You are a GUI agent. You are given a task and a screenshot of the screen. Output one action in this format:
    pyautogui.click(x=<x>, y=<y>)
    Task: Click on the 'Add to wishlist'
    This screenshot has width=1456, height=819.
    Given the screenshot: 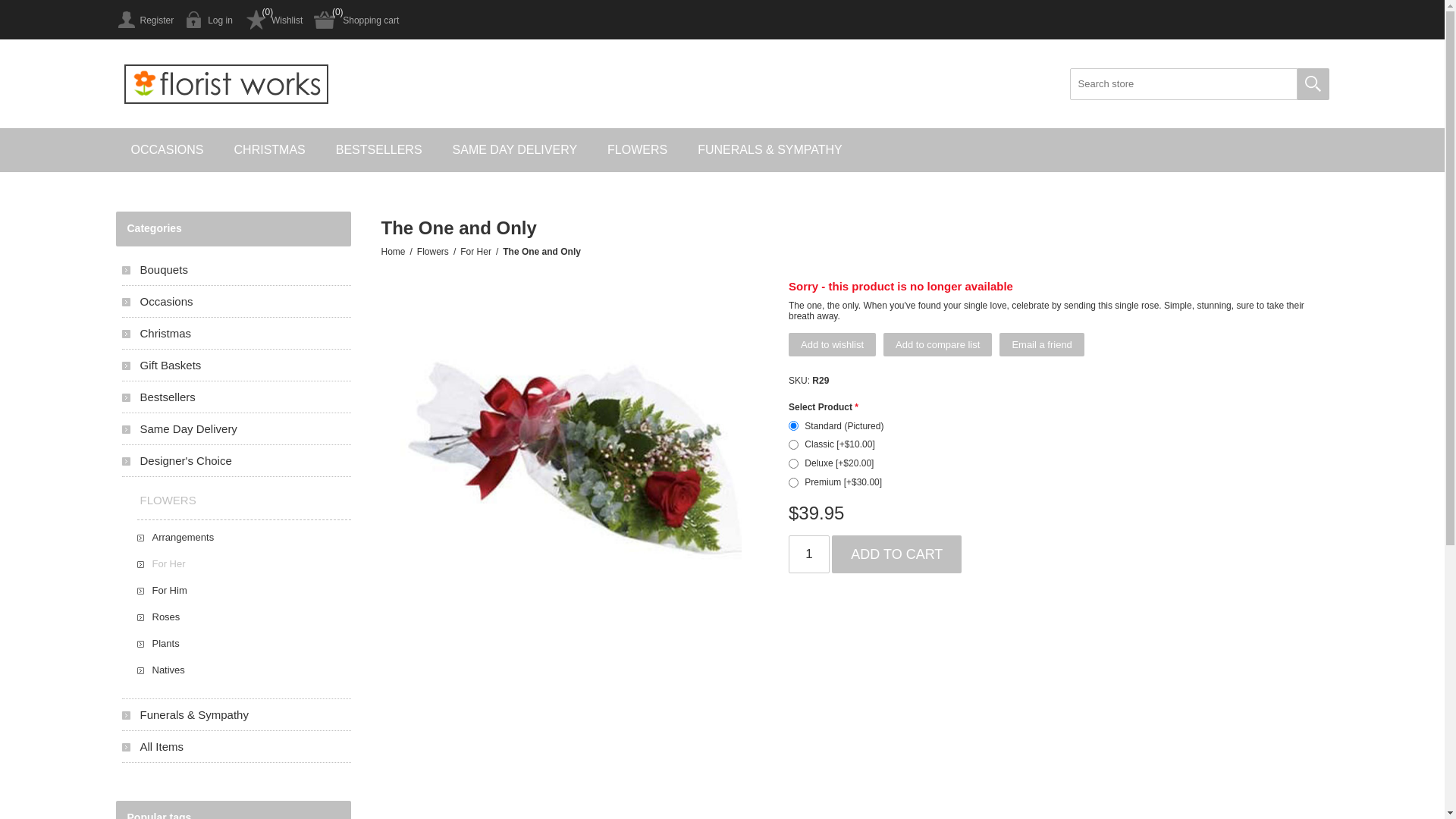 What is the action you would take?
    pyautogui.click(x=831, y=344)
    